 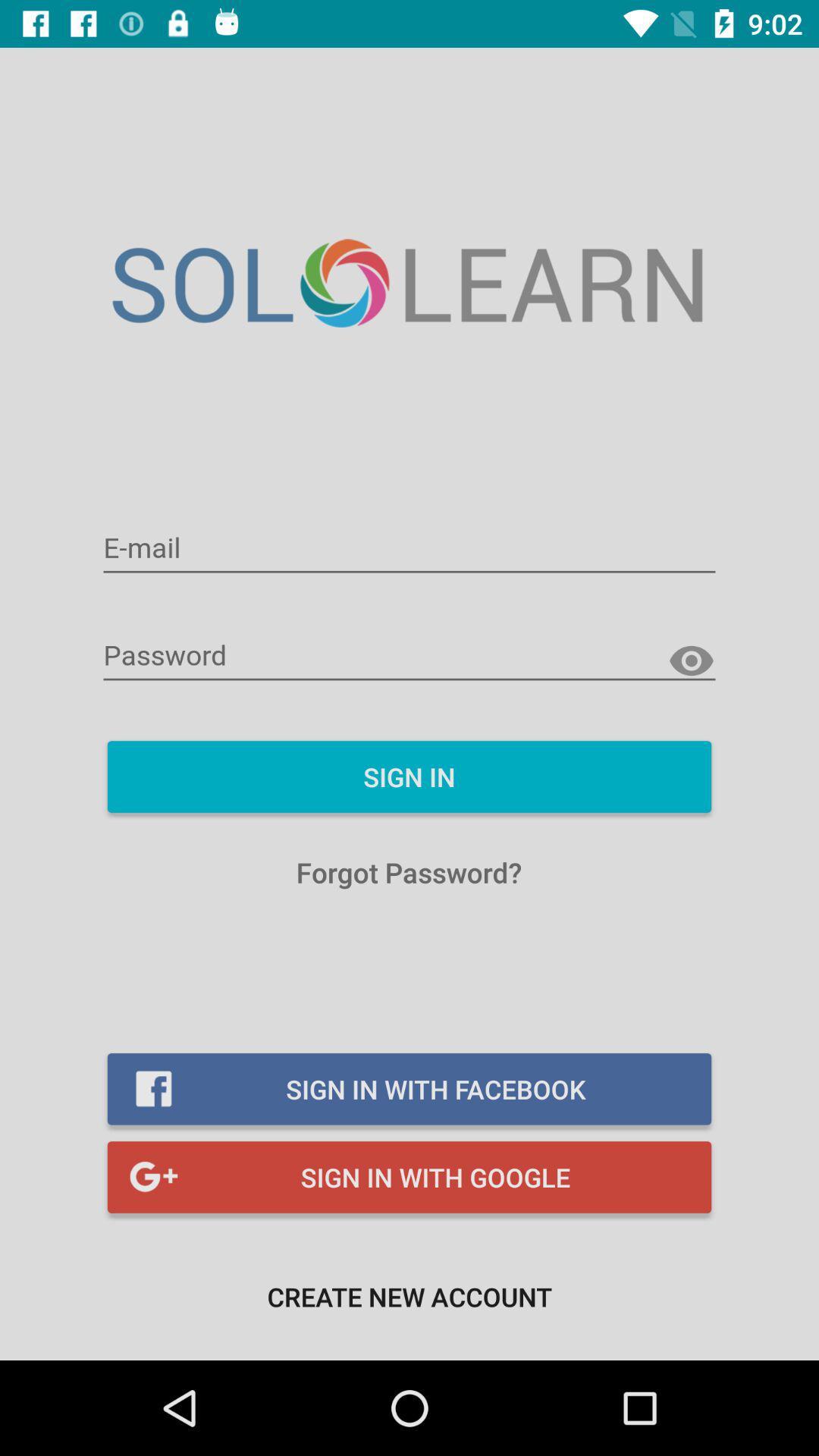 What do you see at coordinates (409, 548) in the screenshot?
I see `e-mail` at bounding box center [409, 548].